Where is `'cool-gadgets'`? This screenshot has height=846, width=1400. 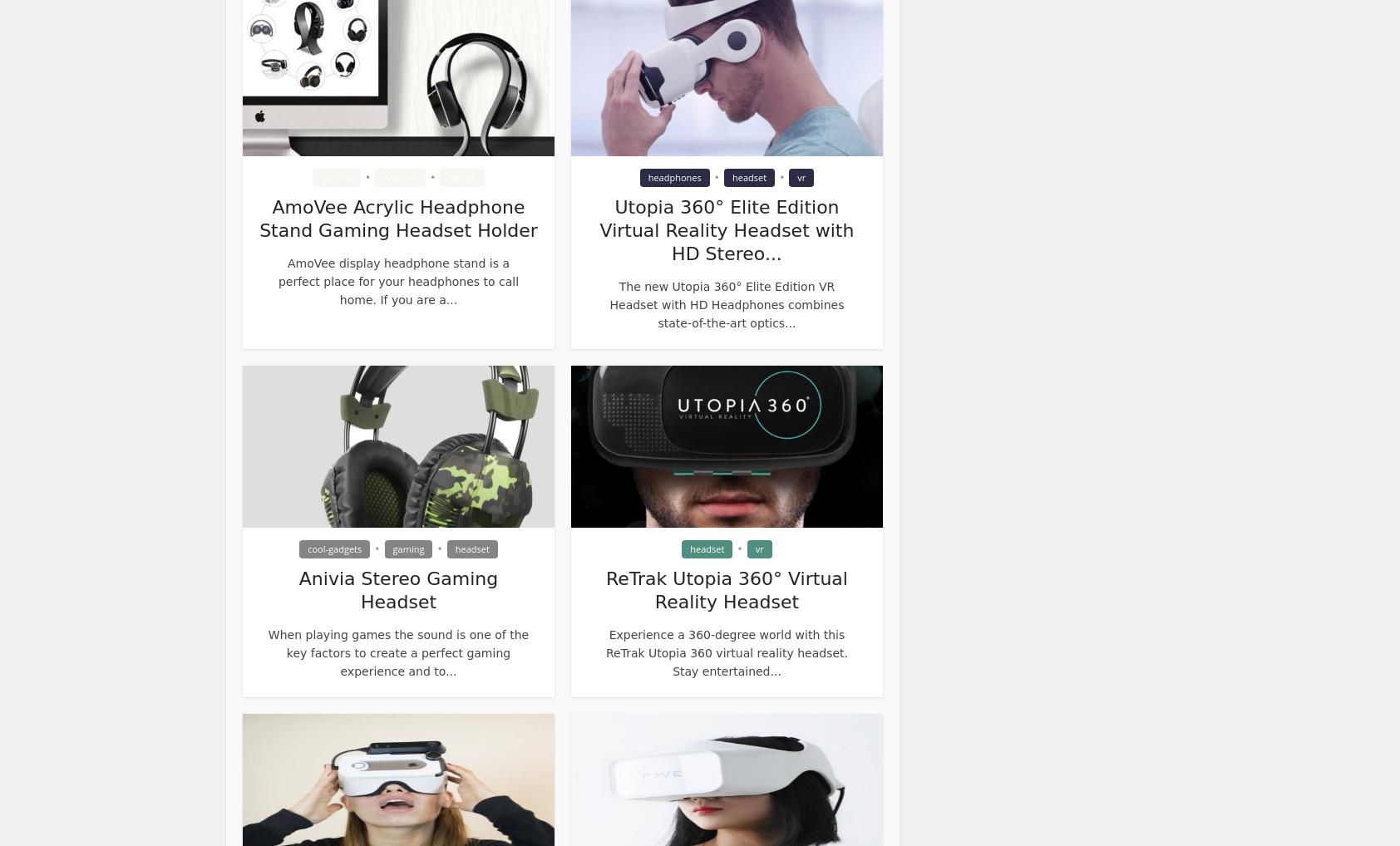 'cool-gadgets' is located at coordinates (334, 548).